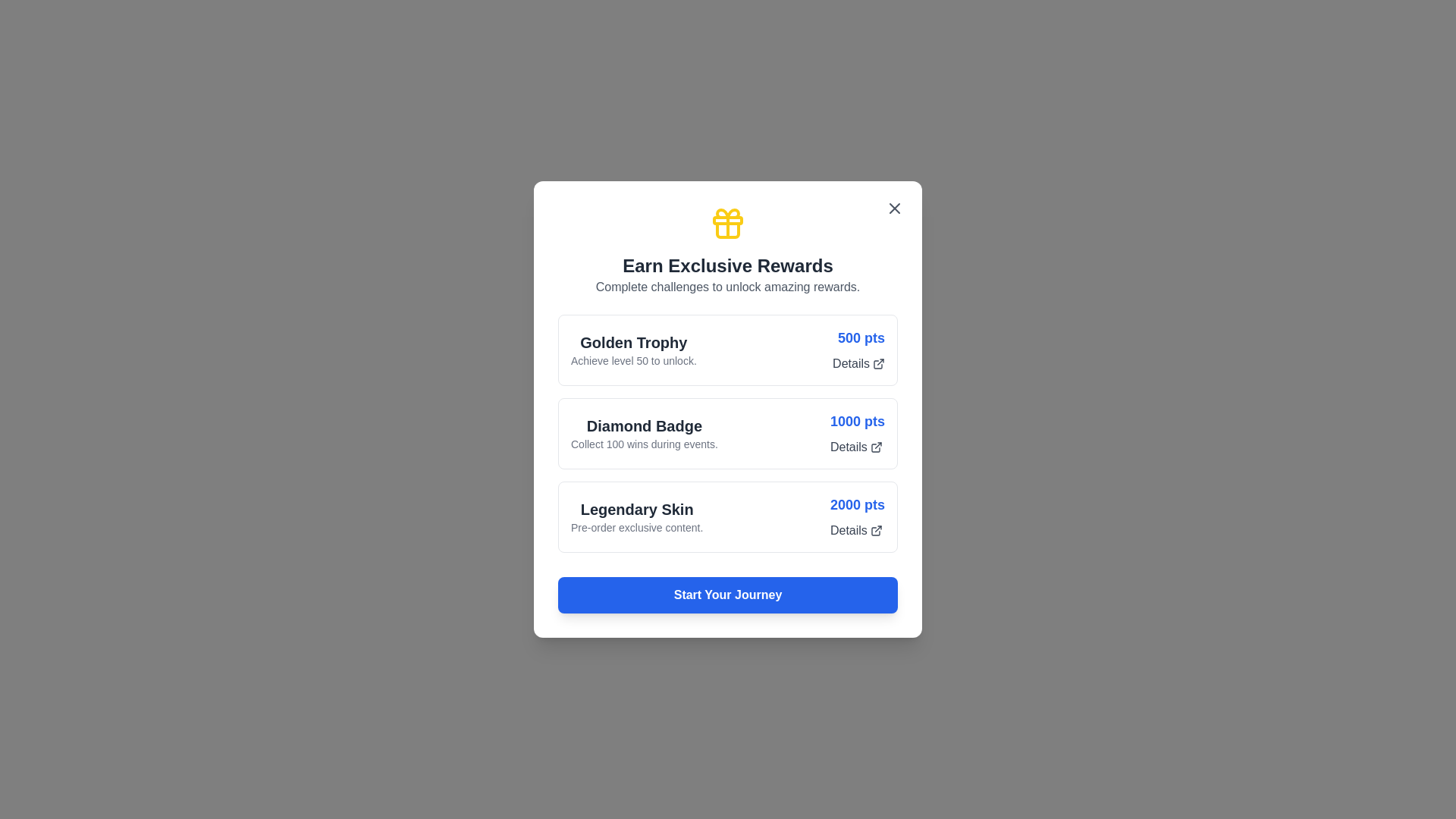  What do you see at coordinates (637, 509) in the screenshot?
I see `text from the header labeled 'Legendary Skin', which is positioned below the 'Diamond Badge' section and above the description text 'Pre-order exclusive content.'` at bounding box center [637, 509].